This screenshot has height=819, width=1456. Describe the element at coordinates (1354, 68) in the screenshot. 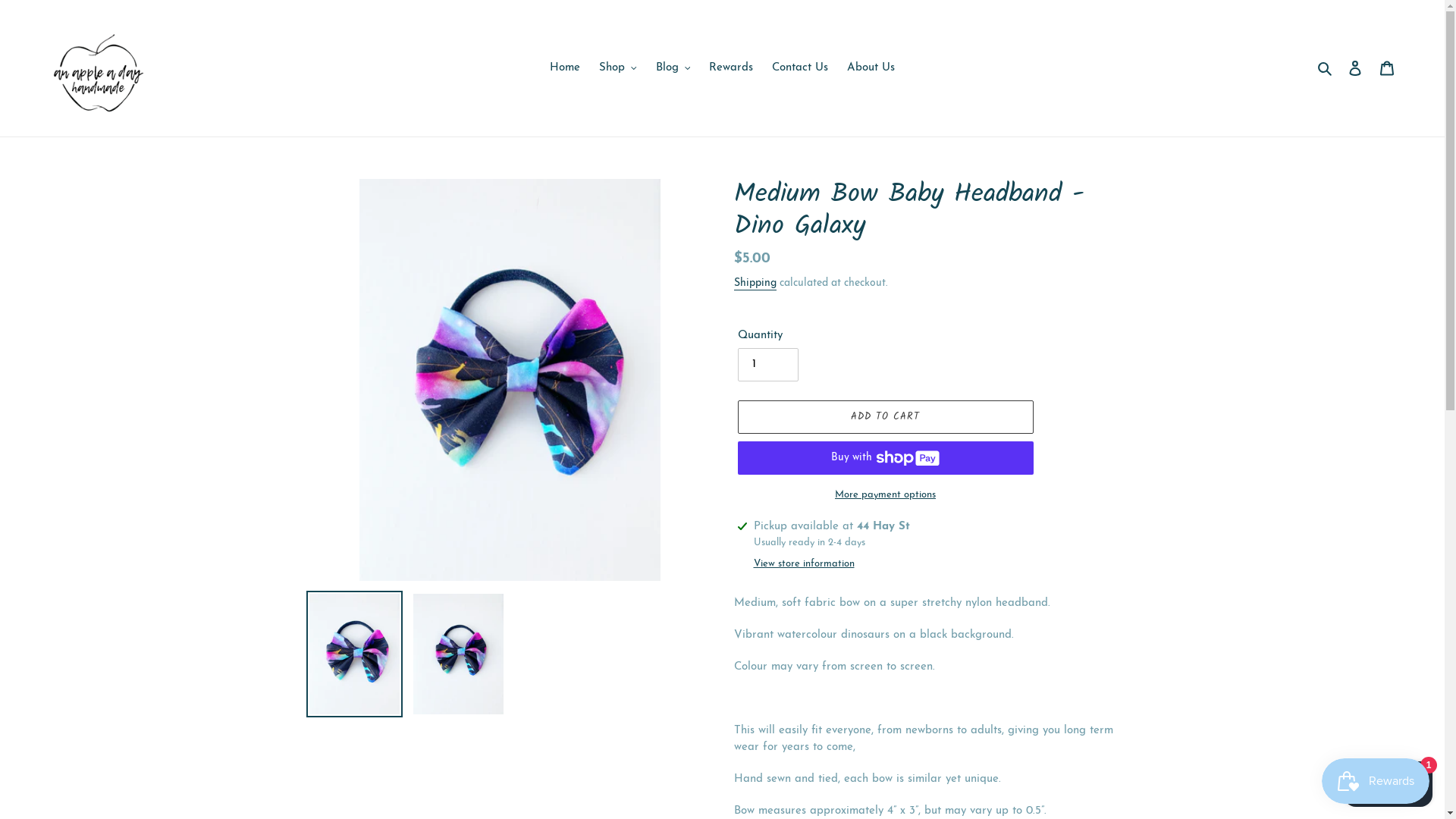

I see `'Log in'` at that location.